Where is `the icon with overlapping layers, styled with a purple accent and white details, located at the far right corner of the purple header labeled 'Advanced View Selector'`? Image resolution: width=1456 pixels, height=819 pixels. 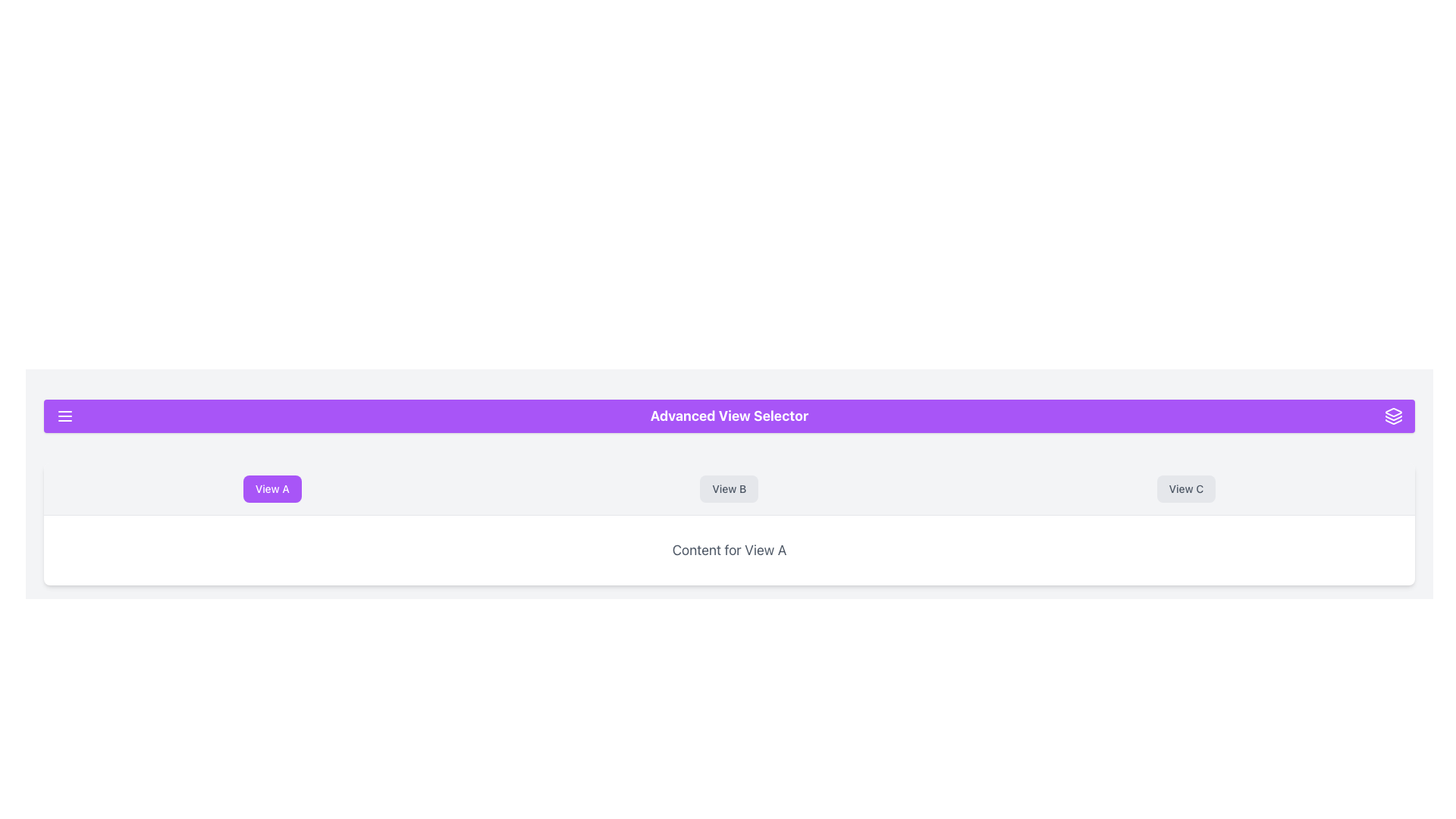 the icon with overlapping layers, styled with a purple accent and white details, located at the far right corner of the purple header labeled 'Advanced View Selector' is located at coordinates (1394, 416).